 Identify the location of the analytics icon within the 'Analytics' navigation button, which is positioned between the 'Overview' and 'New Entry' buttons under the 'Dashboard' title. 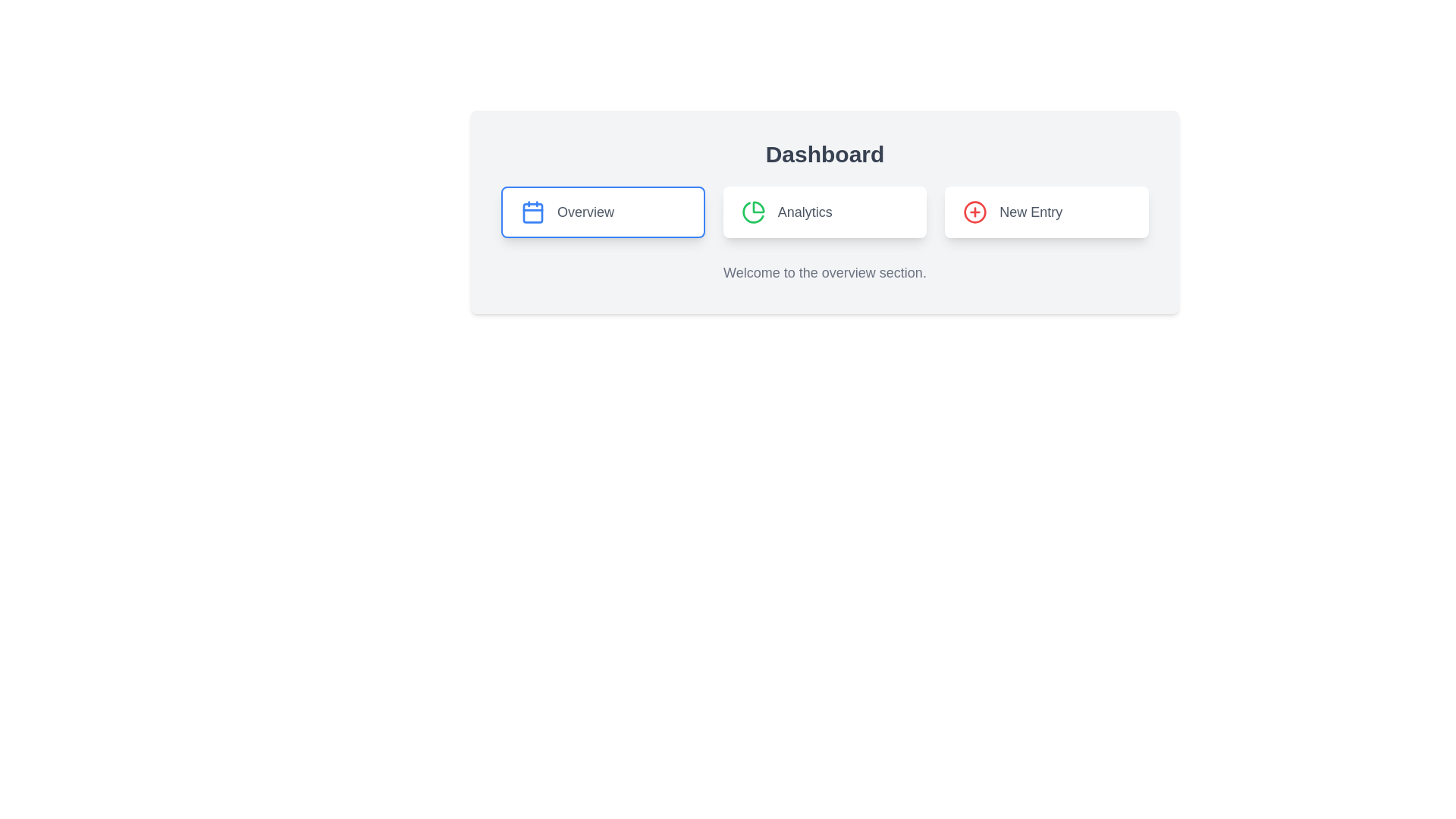
(753, 212).